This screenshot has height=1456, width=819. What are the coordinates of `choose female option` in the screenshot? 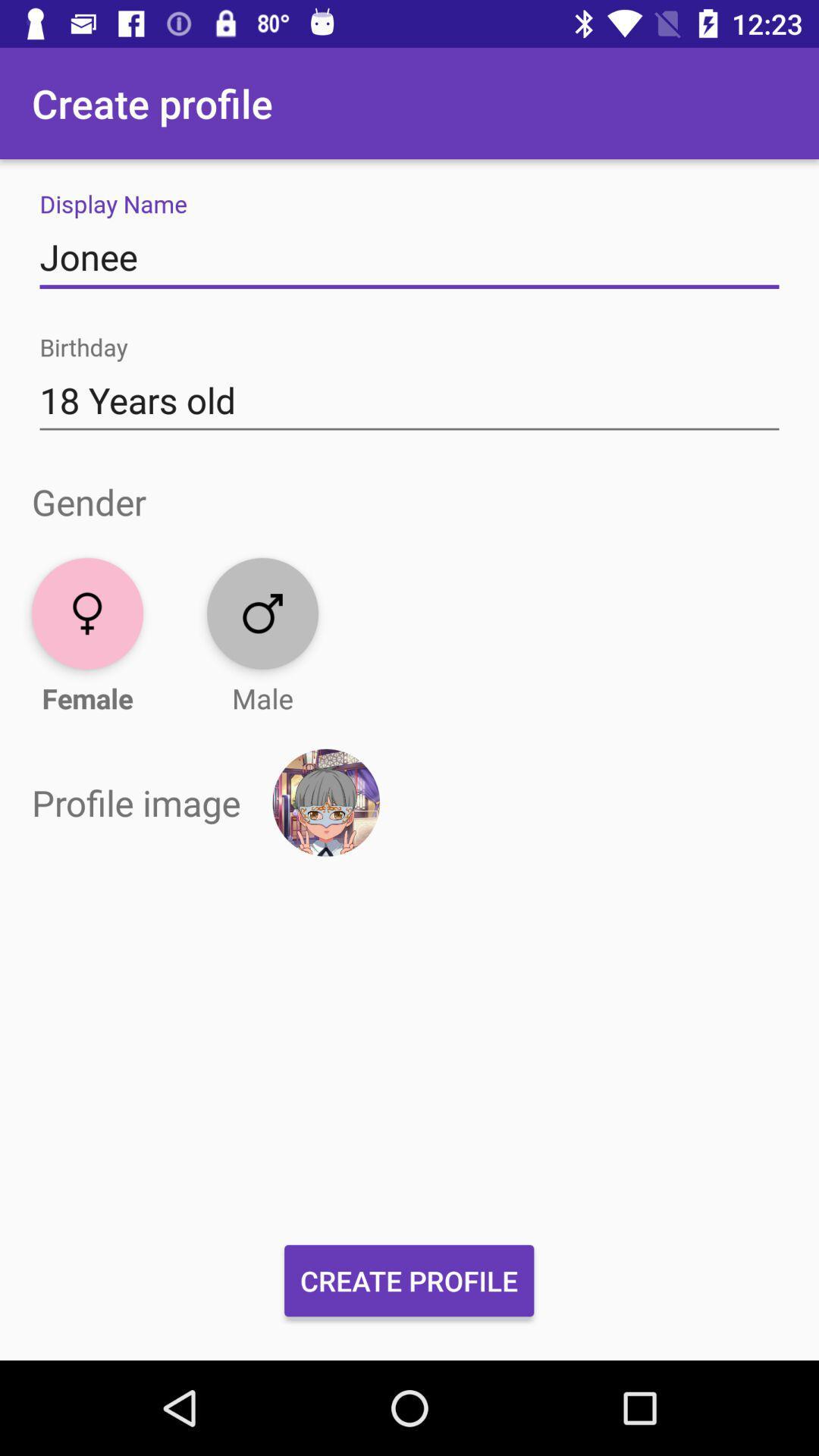 It's located at (87, 613).